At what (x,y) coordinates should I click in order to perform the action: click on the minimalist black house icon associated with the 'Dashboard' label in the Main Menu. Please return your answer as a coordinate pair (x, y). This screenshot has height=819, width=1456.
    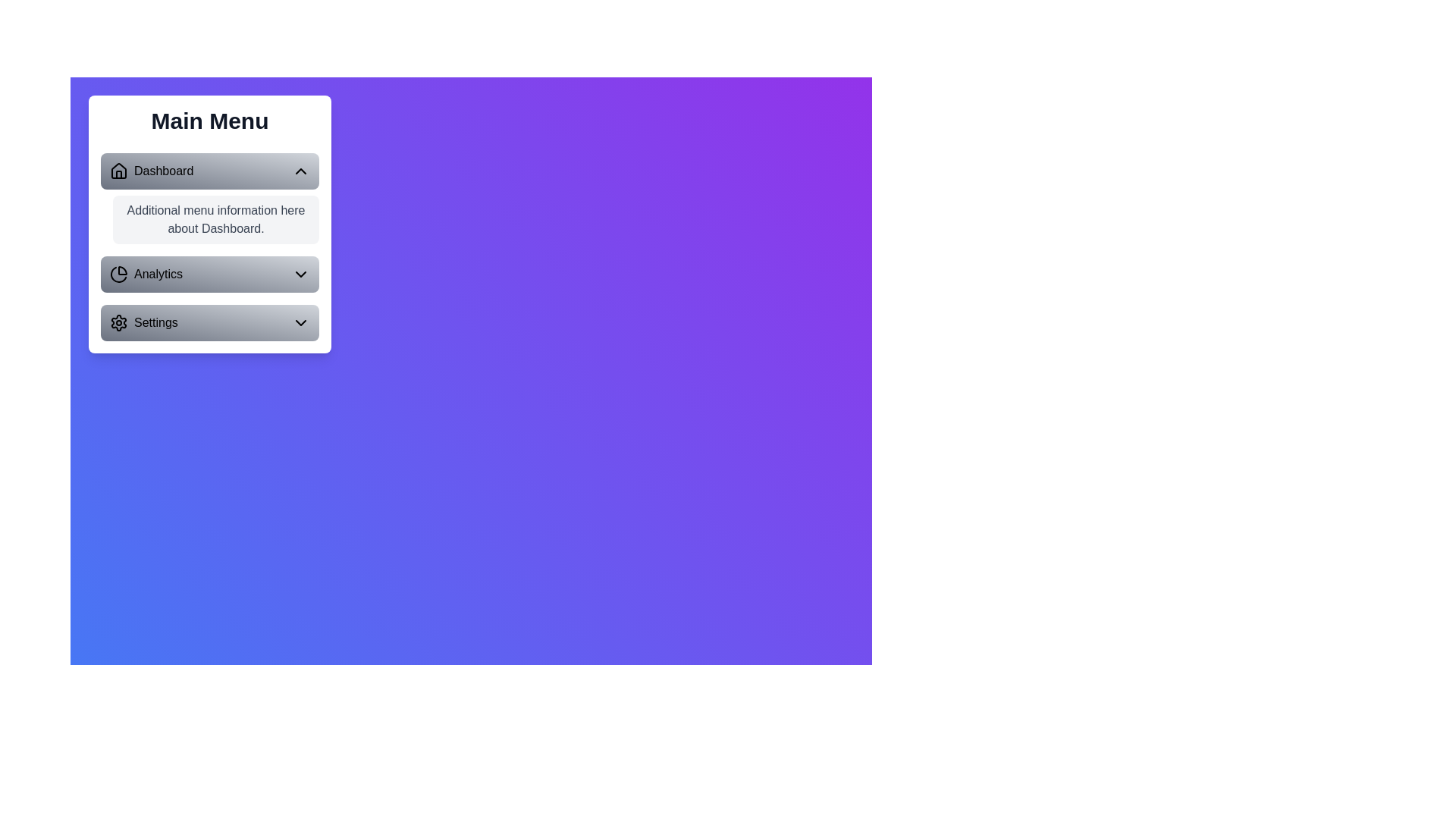
    Looking at the image, I should click on (118, 171).